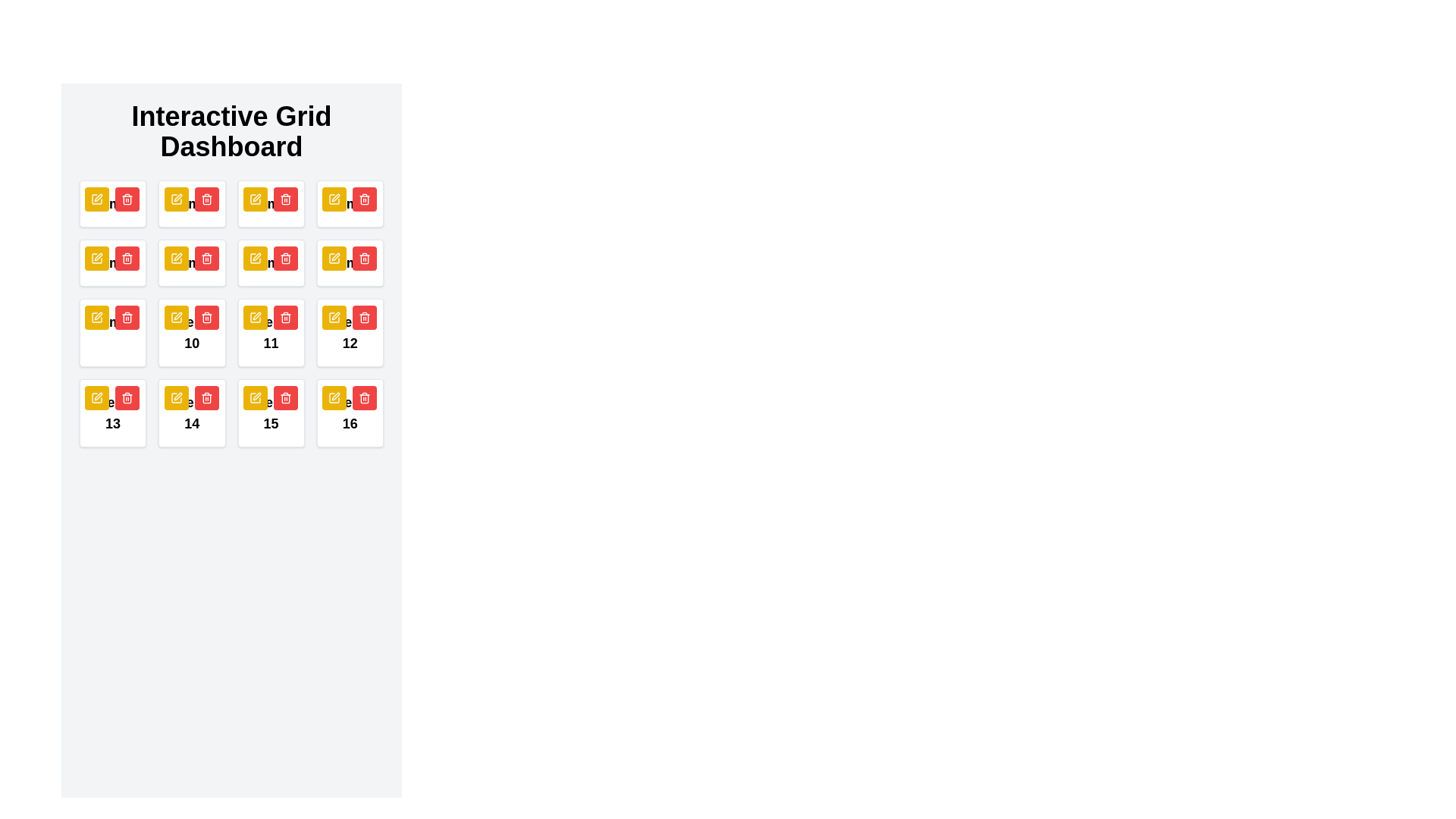 This screenshot has height=819, width=1456. I want to click on the yellow button on the tenth card in the grid layout, so click(191, 332).